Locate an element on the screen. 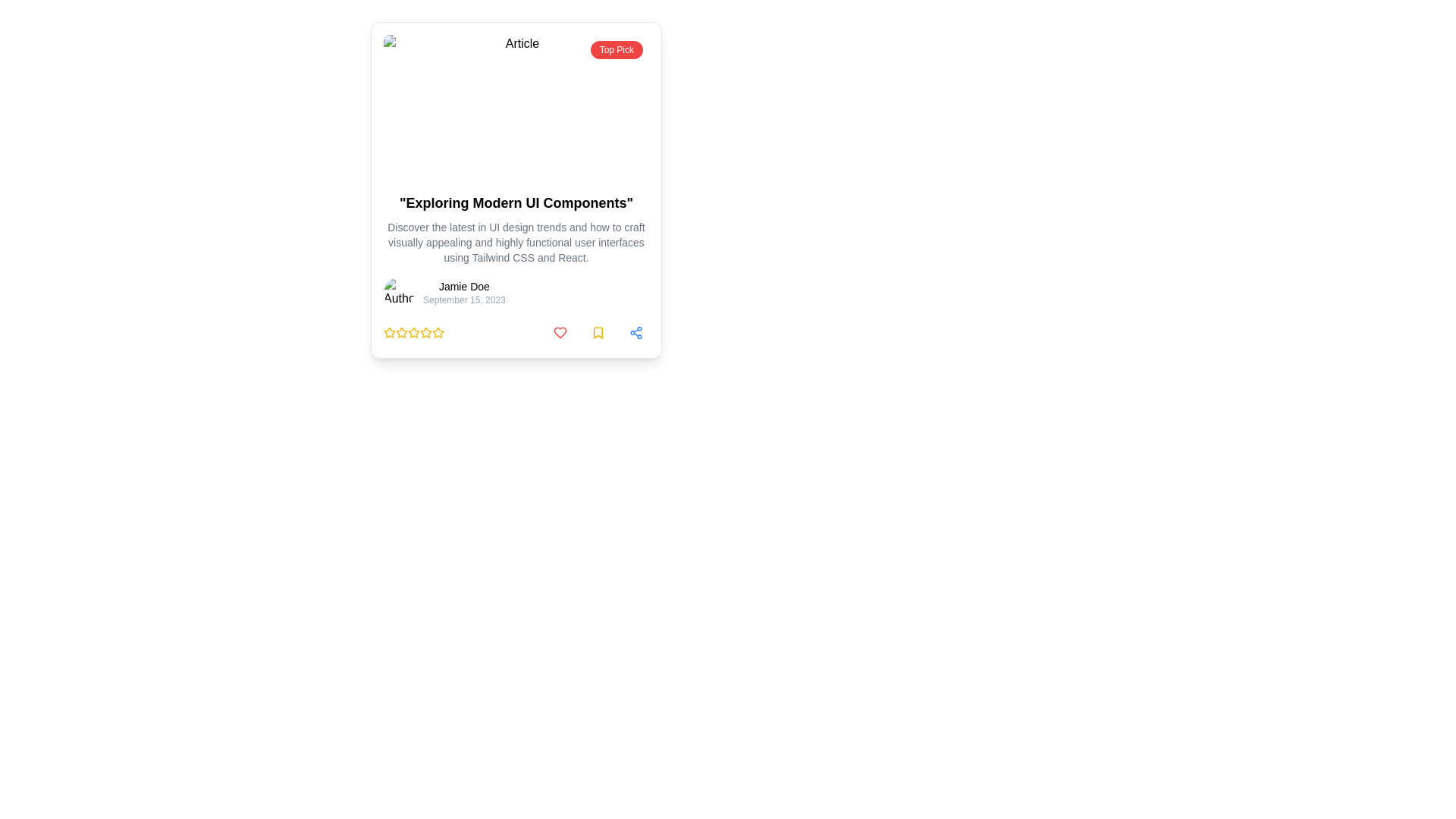  the heart icon at the bottom-right corner of the card to indicate a 'like' action is located at coordinates (560, 332).